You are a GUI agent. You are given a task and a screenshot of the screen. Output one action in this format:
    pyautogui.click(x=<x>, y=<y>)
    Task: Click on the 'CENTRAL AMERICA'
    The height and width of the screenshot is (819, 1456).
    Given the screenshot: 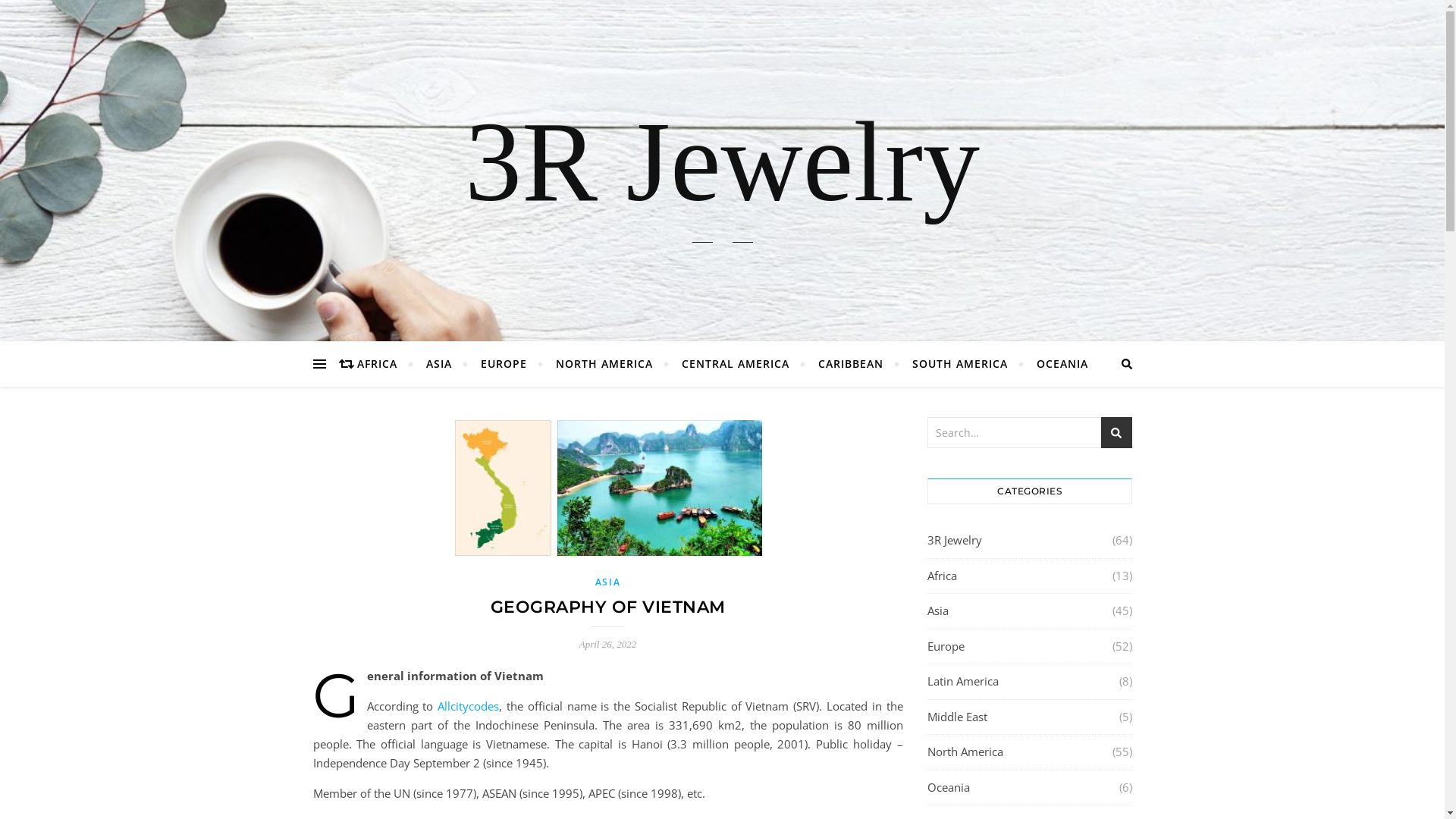 What is the action you would take?
    pyautogui.click(x=735, y=363)
    